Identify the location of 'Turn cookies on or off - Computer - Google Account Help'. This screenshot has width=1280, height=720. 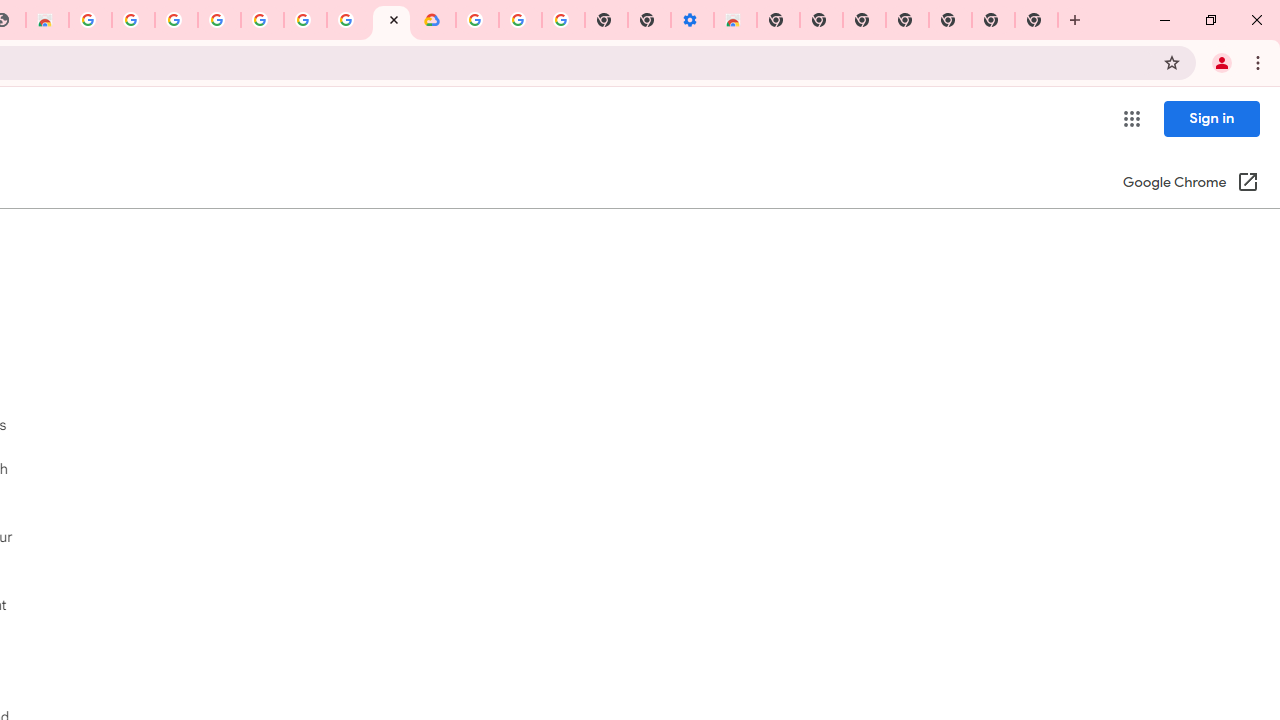
(562, 20).